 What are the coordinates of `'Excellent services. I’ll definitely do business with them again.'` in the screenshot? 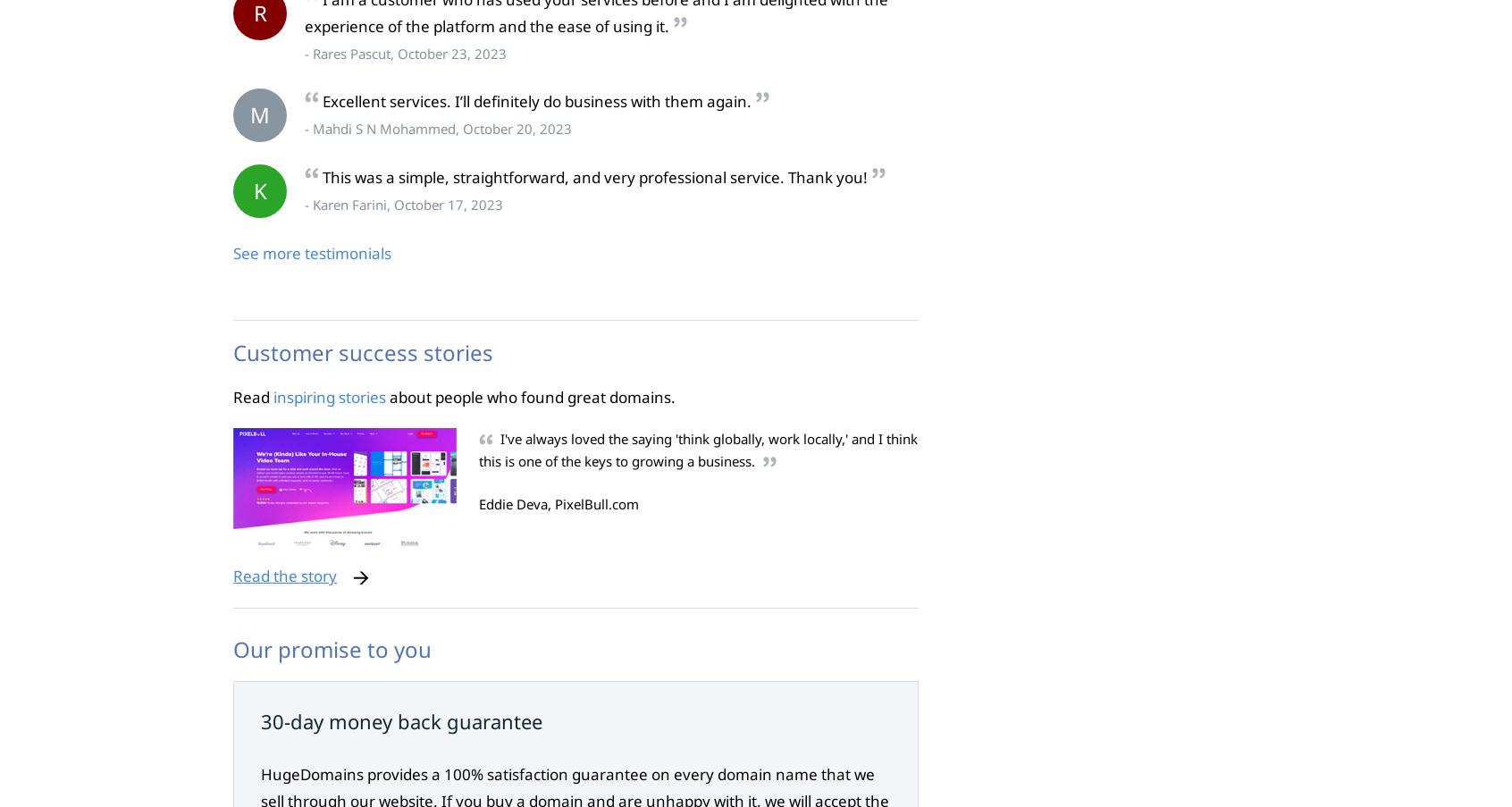 It's located at (535, 101).